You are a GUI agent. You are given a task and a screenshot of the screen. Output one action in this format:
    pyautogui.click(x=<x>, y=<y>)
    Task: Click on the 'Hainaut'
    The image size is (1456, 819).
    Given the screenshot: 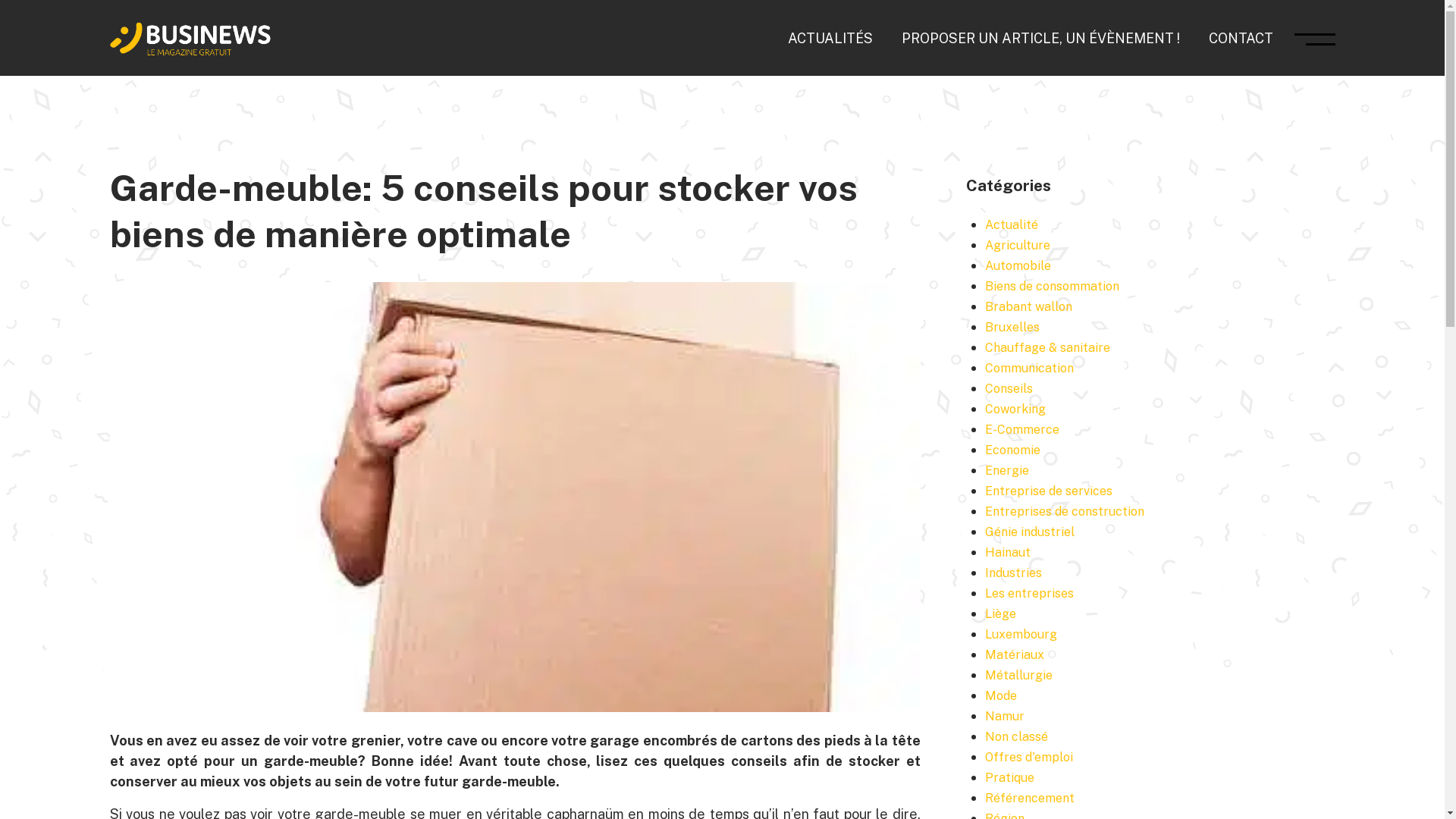 What is the action you would take?
    pyautogui.click(x=1008, y=552)
    